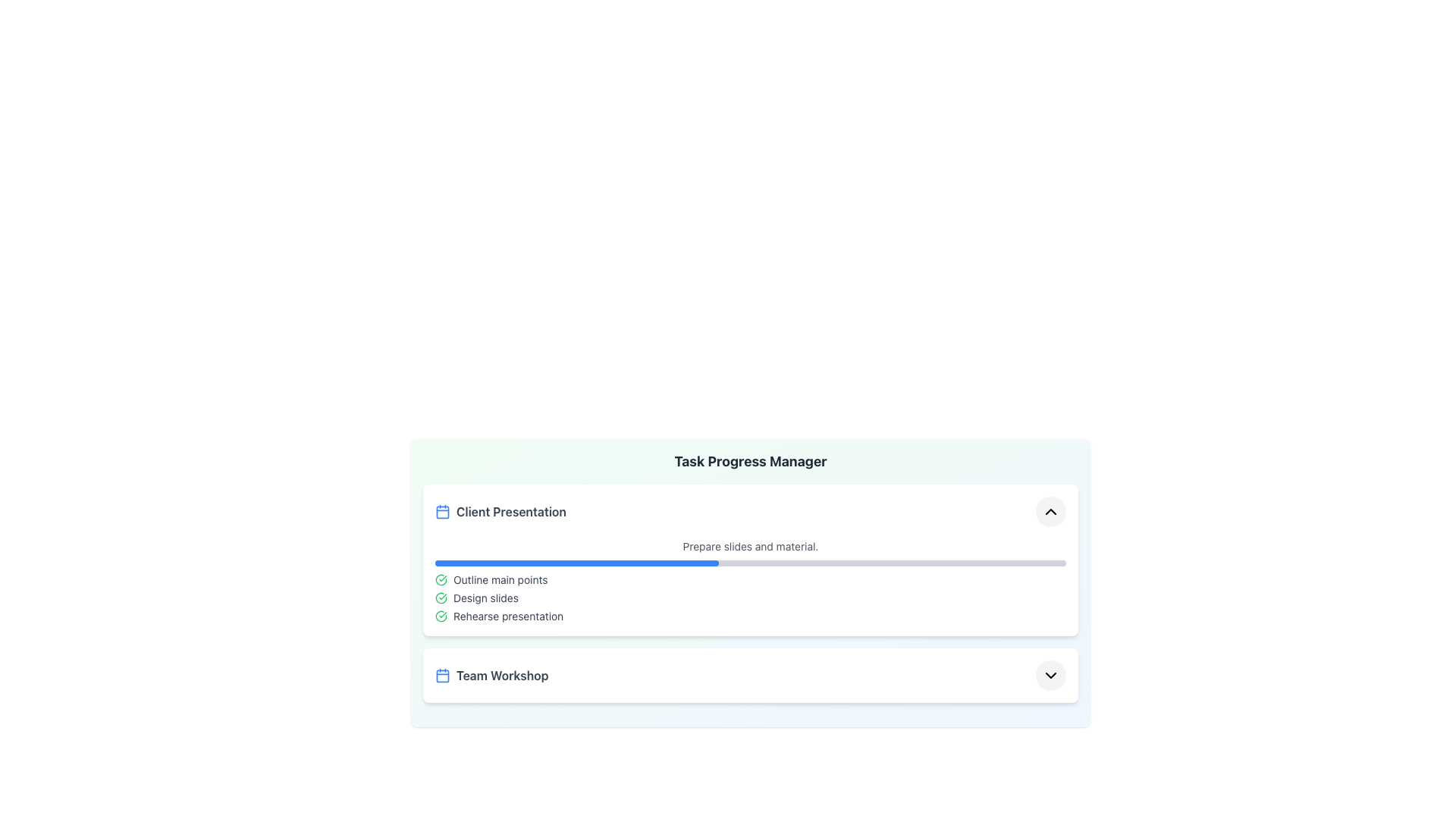 This screenshot has height=819, width=1456. What do you see at coordinates (440, 598) in the screenshot?
I see `the status indicator icon for the task 'Design slides'` at bounding box center [440, 598].